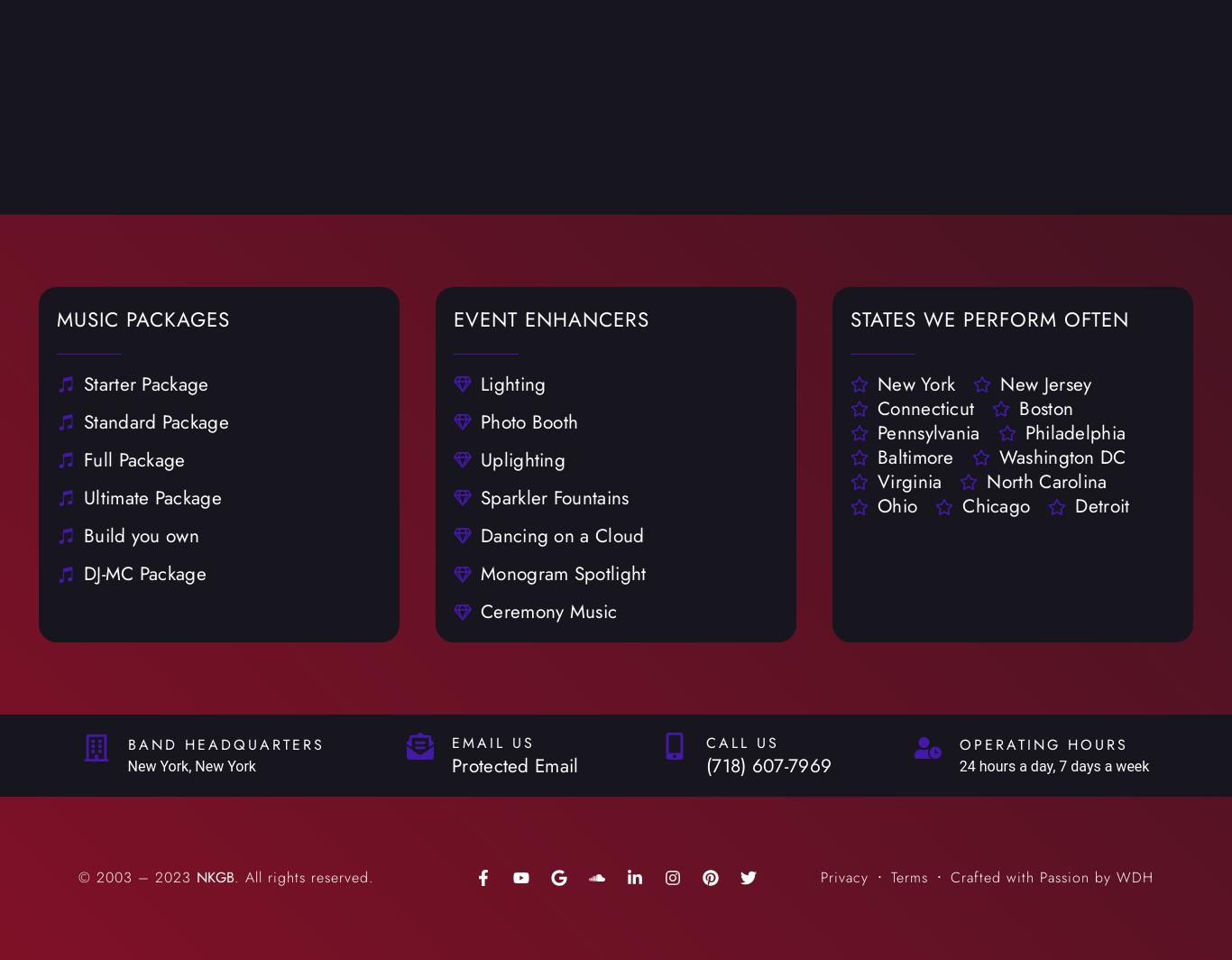  I want to click on 'Detroit', so click(1102, 504).